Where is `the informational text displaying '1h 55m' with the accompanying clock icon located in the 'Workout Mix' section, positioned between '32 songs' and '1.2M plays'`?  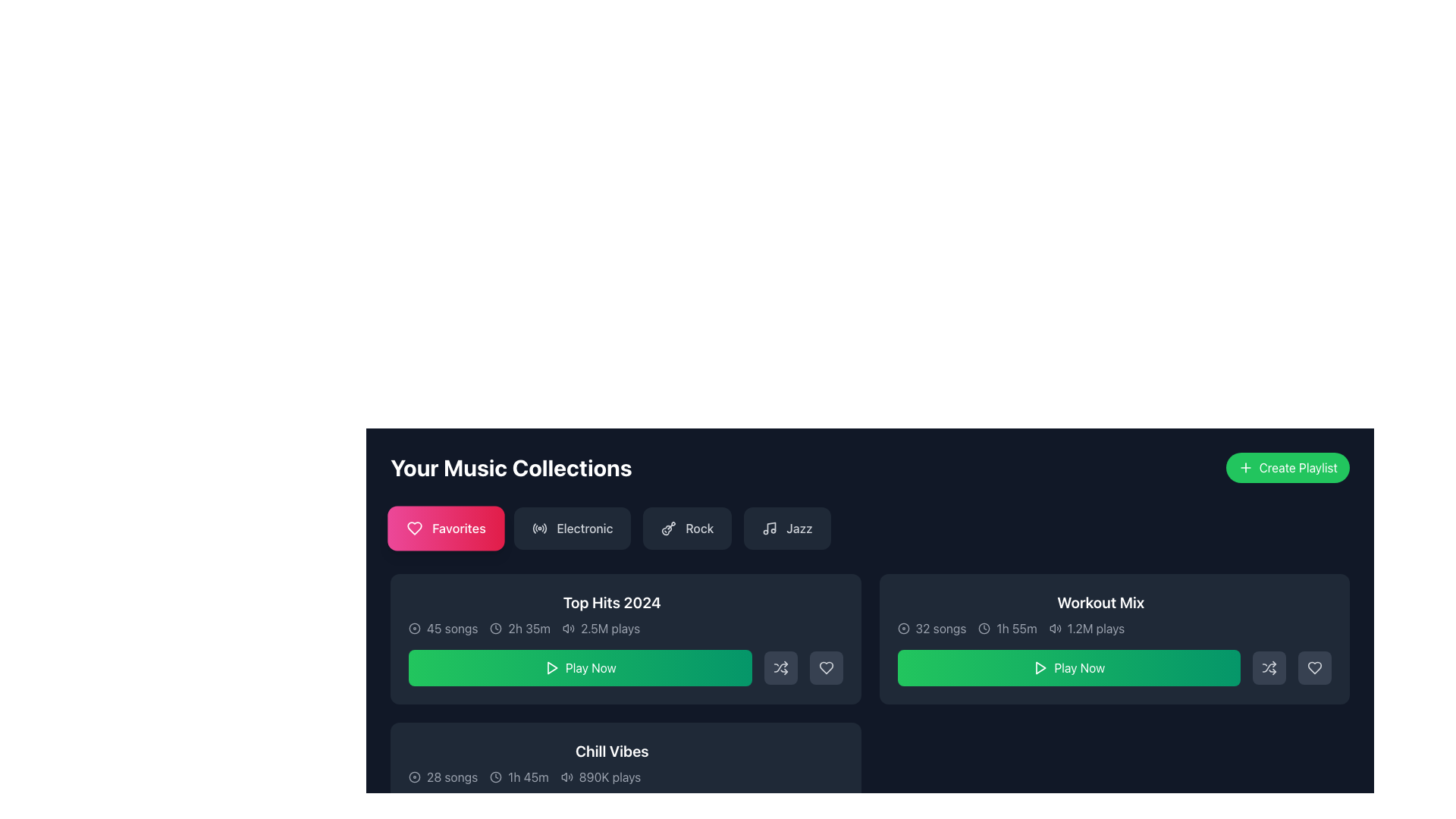 the informational text displaying '1h 55m' with the accompanying clock icon located in the 'Workout Mix' section, positioned between '32 songs' and '1.2M plays' is located at coordinates (1008, 629).